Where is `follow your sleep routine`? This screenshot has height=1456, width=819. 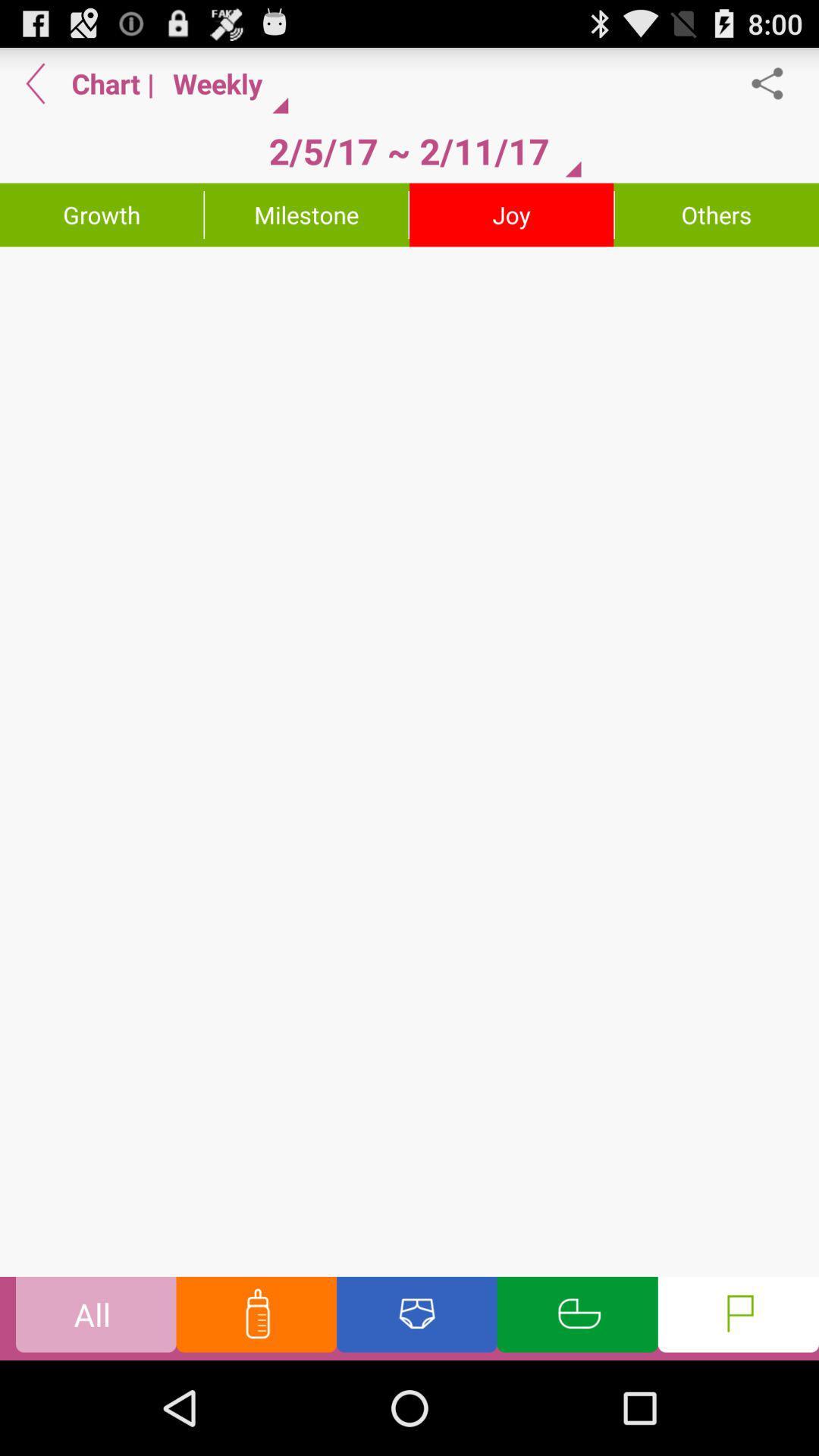
follow your sleep routine is located at coordinates (577, 1317).